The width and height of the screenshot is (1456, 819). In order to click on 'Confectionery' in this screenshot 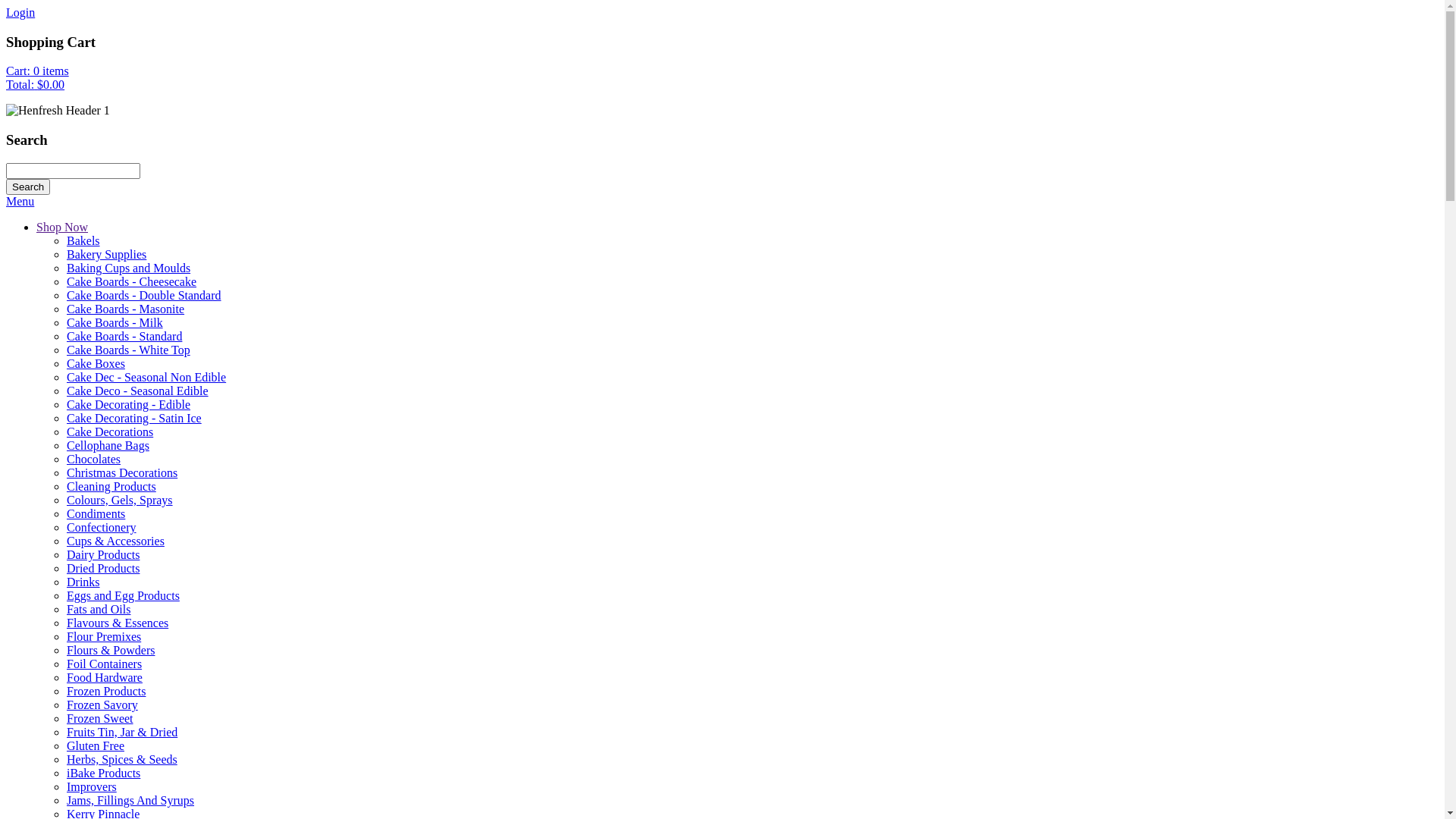, I will do `click(65, 526)`.